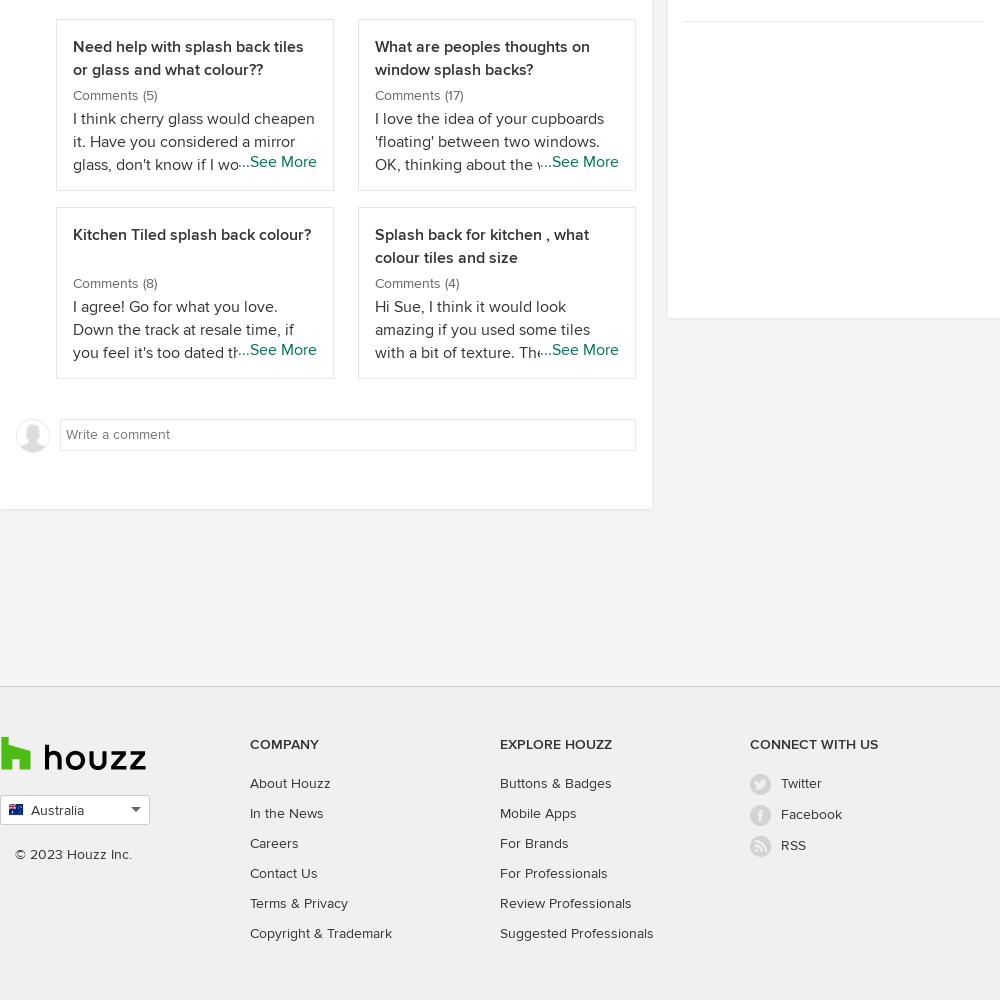 The image size is (1000, 1000). Describe the element at coordinates (114, 282) in the screenshot. I see `'Comments (8)'` at that location.